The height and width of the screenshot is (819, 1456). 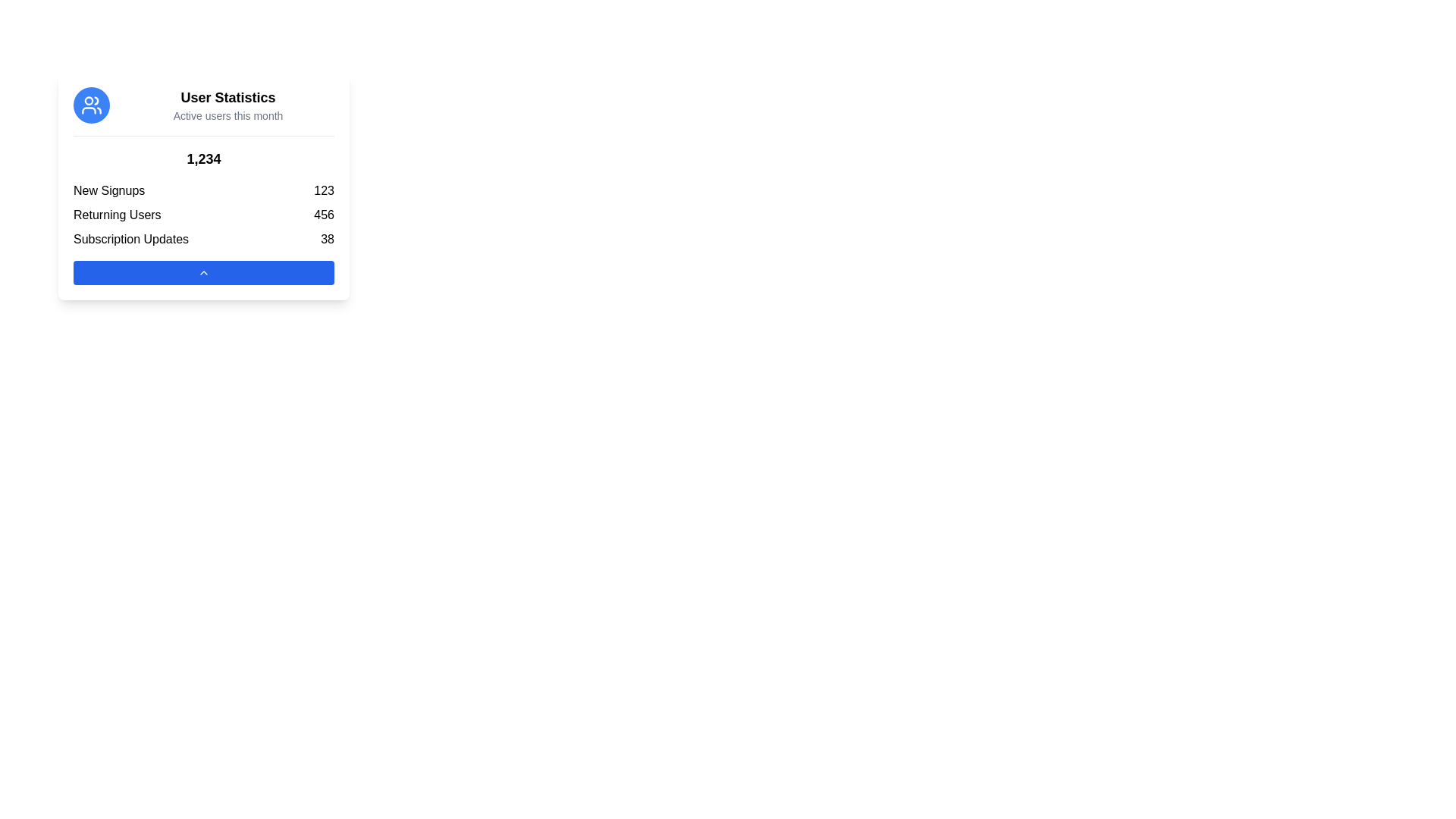 What do you see at coordinates (202, 158) in the screenshot?
I see `the text label displaying the numeric value '1,234', which is emphasized in a bold, large font, located centrally within the statistics card below the section header 'Active users this month.'` at bounding box center [202, 158].